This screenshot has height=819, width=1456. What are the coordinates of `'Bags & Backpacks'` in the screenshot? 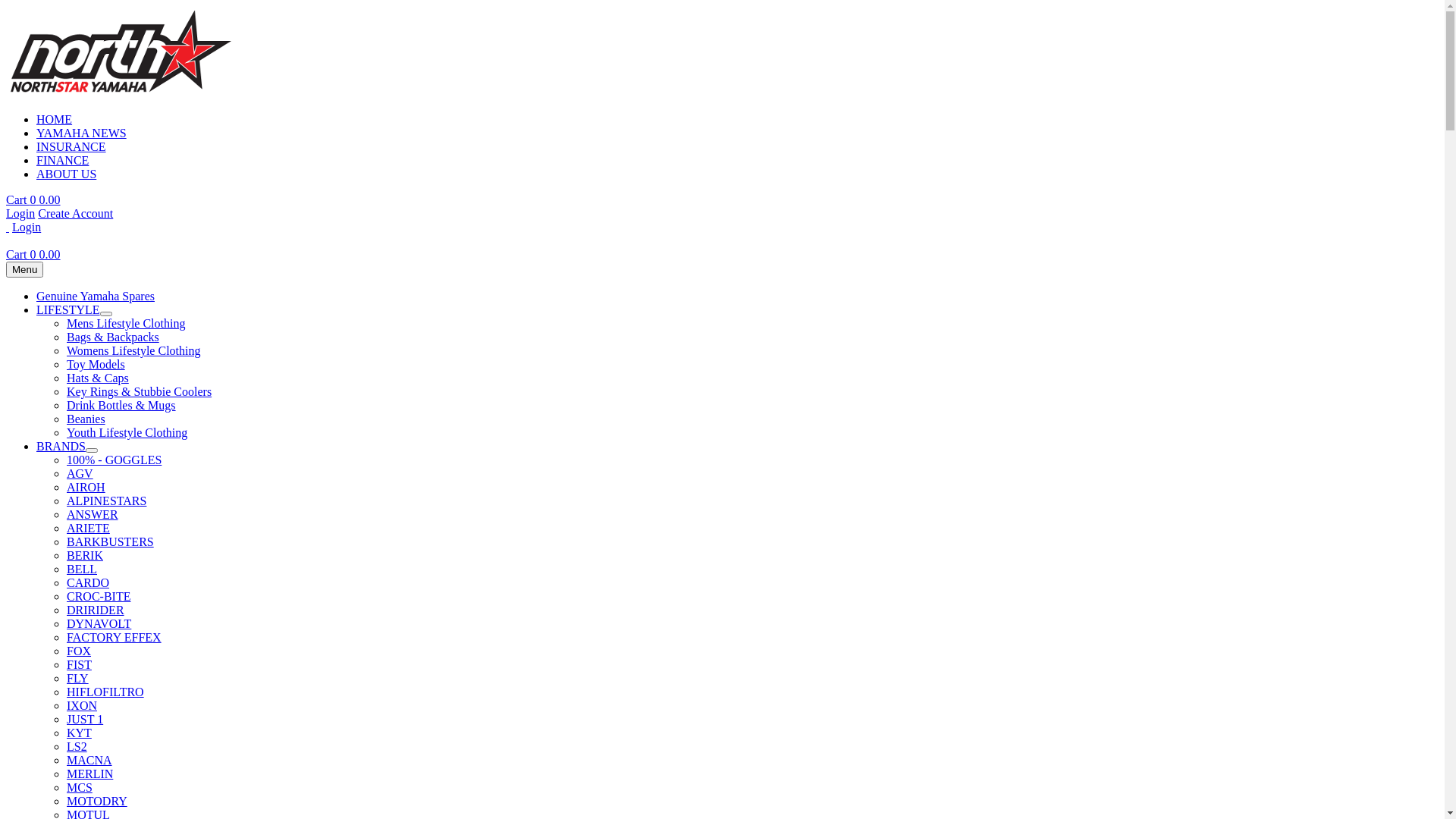 It's located at (111, 336).